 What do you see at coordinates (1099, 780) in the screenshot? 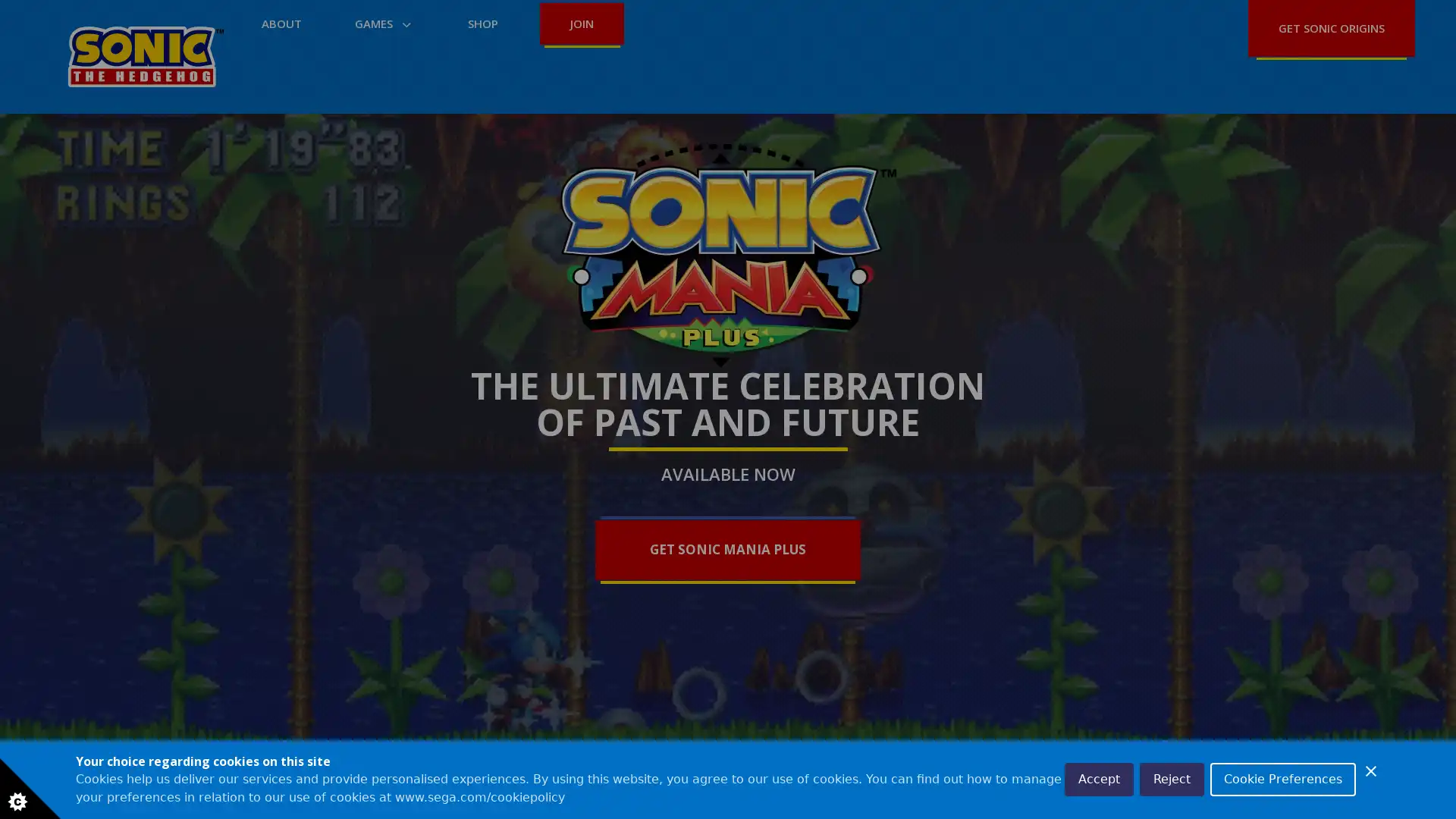
I see `Accept` at bounding box center [1099, 780].